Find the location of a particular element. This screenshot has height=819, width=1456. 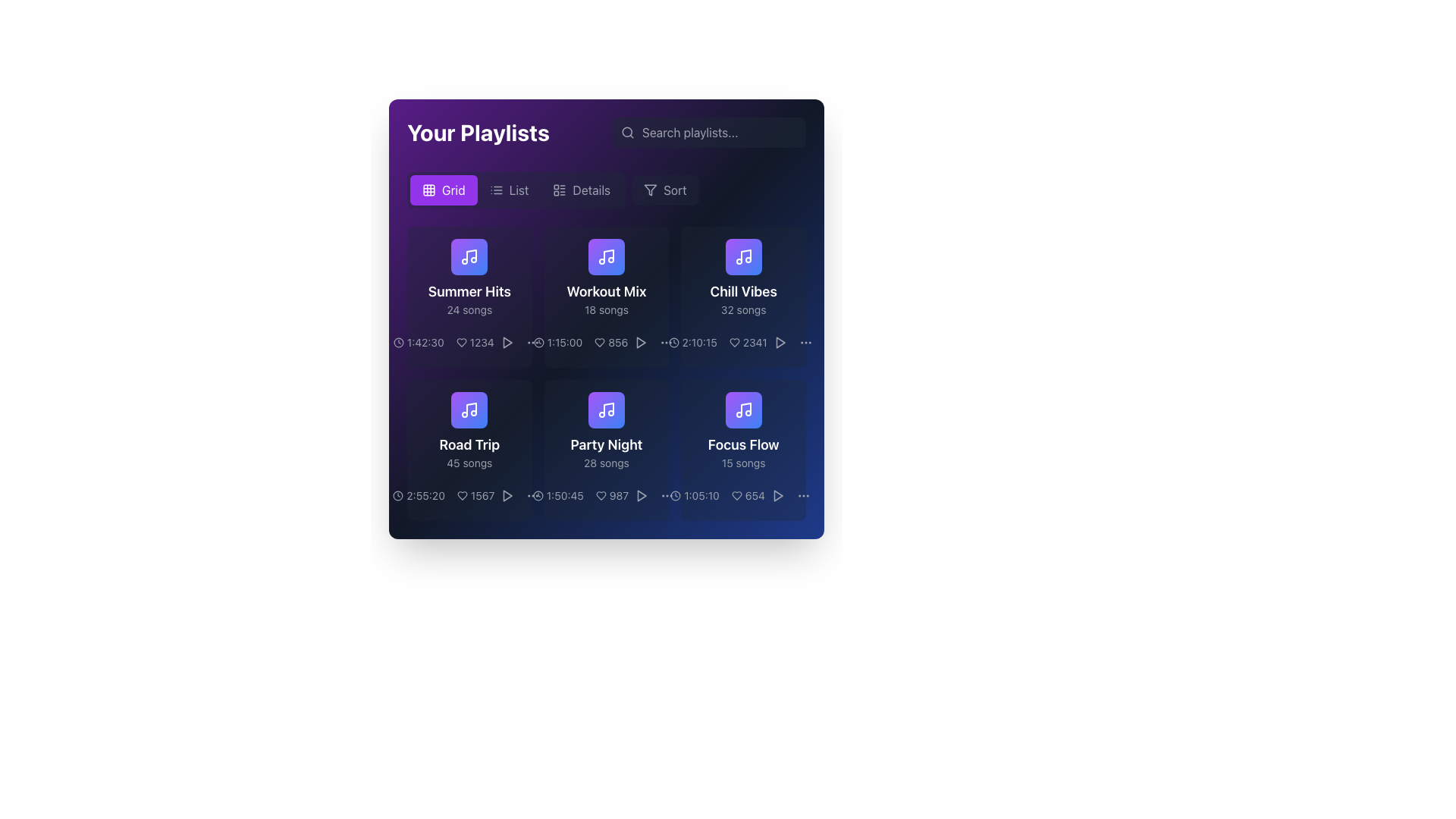

the time-related icon located as the leftmost icon under the title 'Summer Hits' in the main content area of the playlist cards is located at coordinates (398, 342).